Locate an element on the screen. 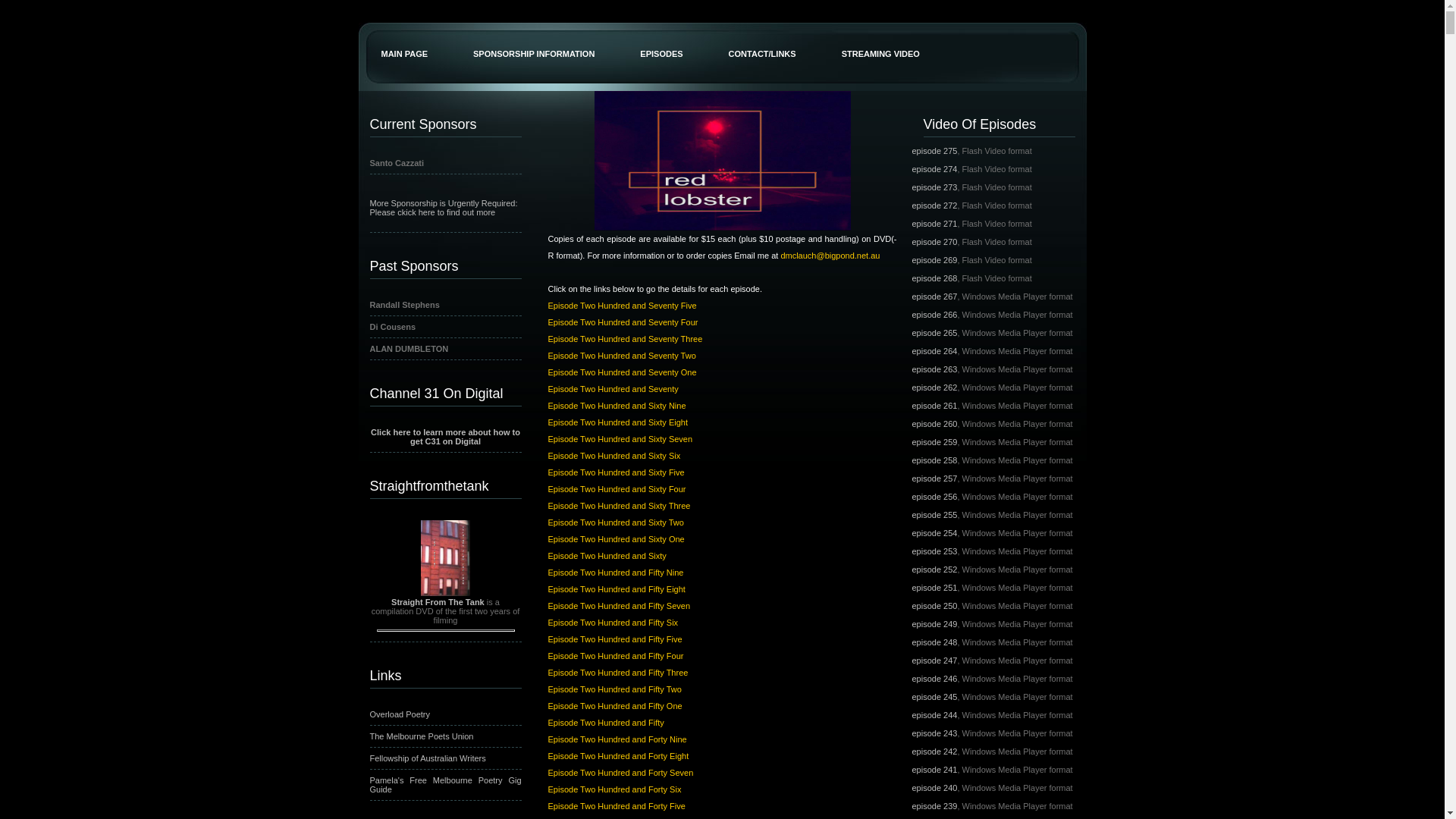 The height and width of the screenshot is (819, 1456). 'Episode Two Hundred and Fifty Six' is located at coordinates (546, 623).